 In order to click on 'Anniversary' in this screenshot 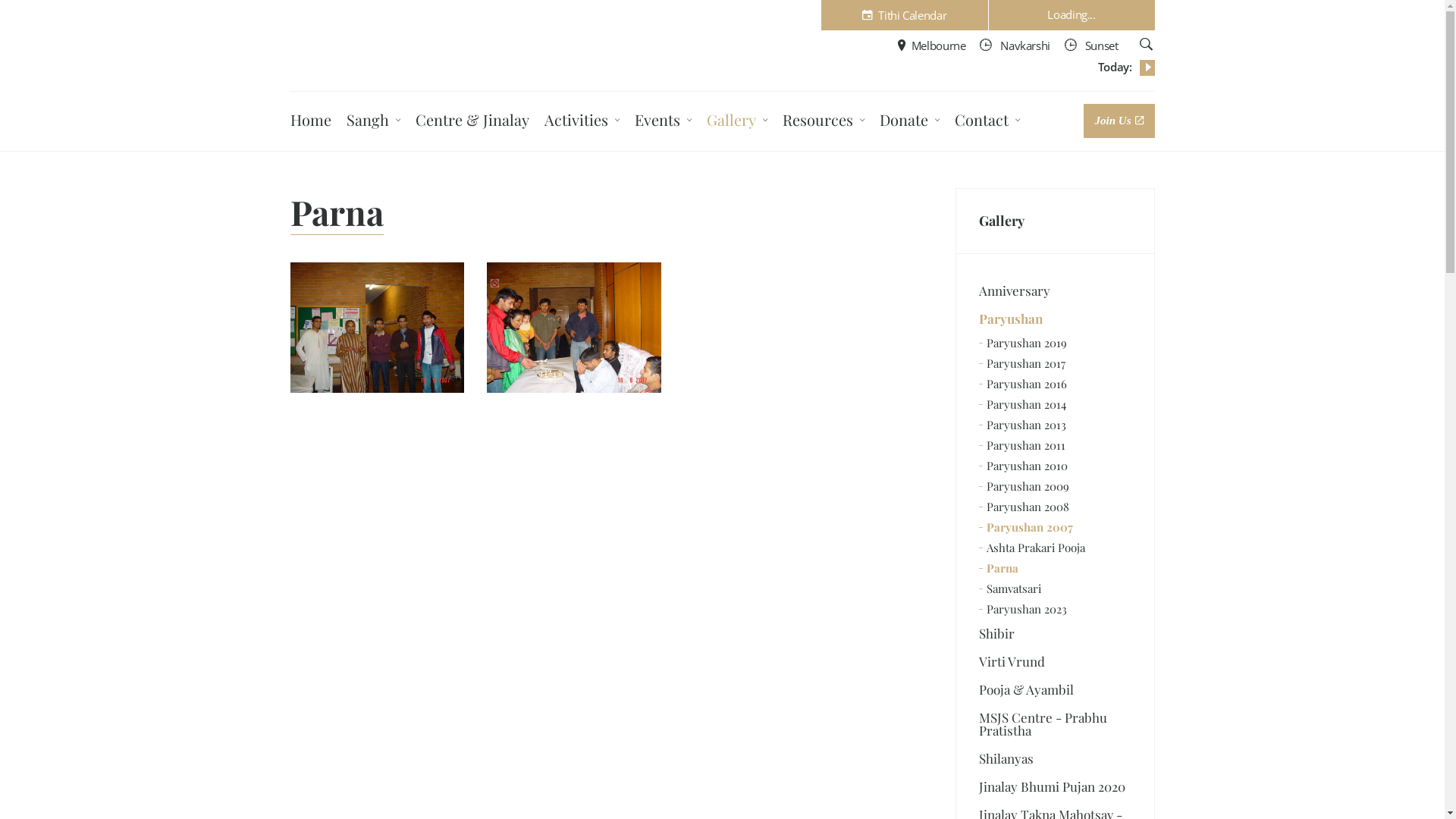, I will do `click(1054, 290)`.